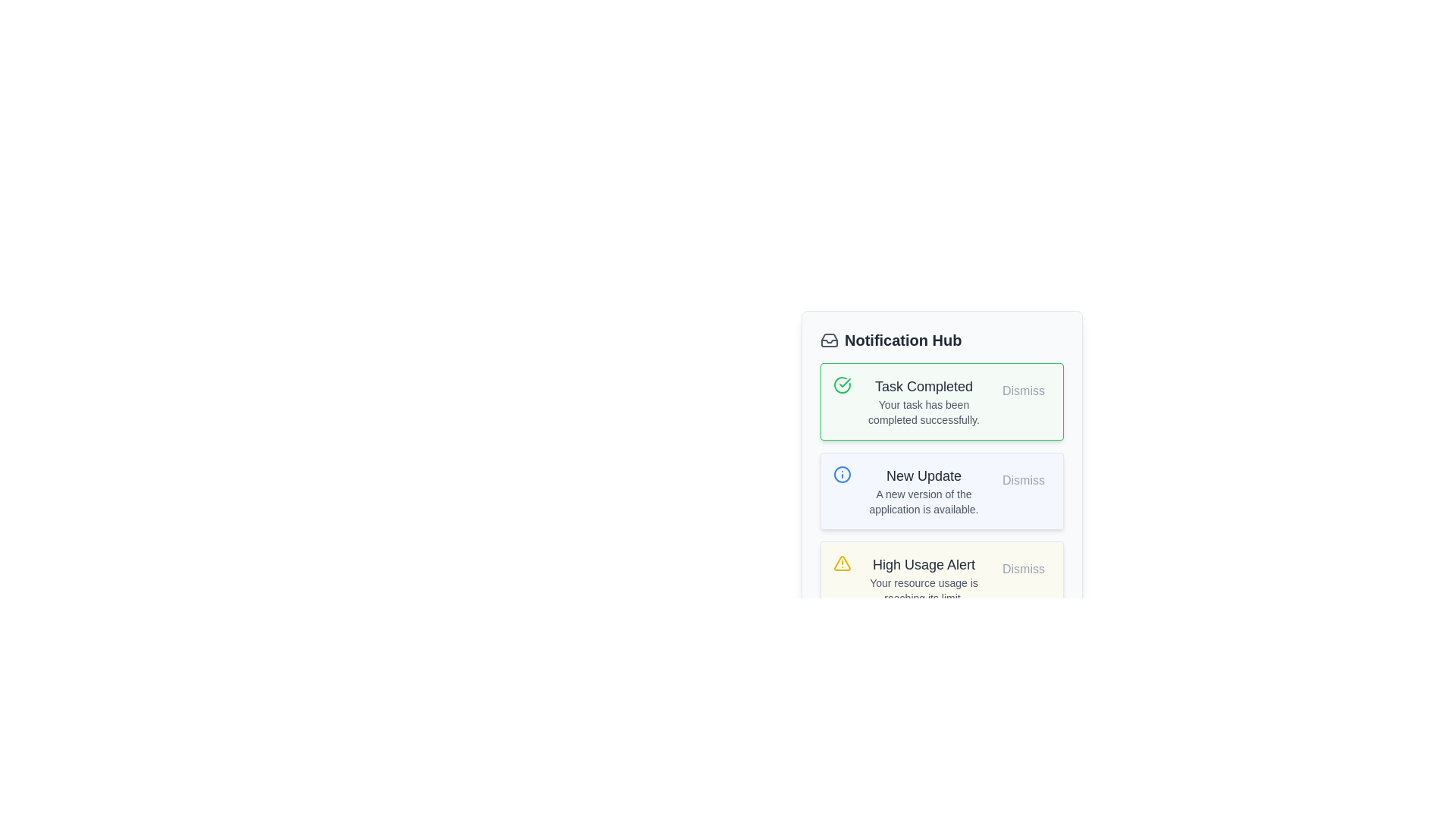 This screenshot has height=819, width=1456. I want to click on text from the 'High Usage Alert' text label, which is a bold, medium-sized text in gray color located in the third notification box of the 'Notification Hub', so click(923, 564).